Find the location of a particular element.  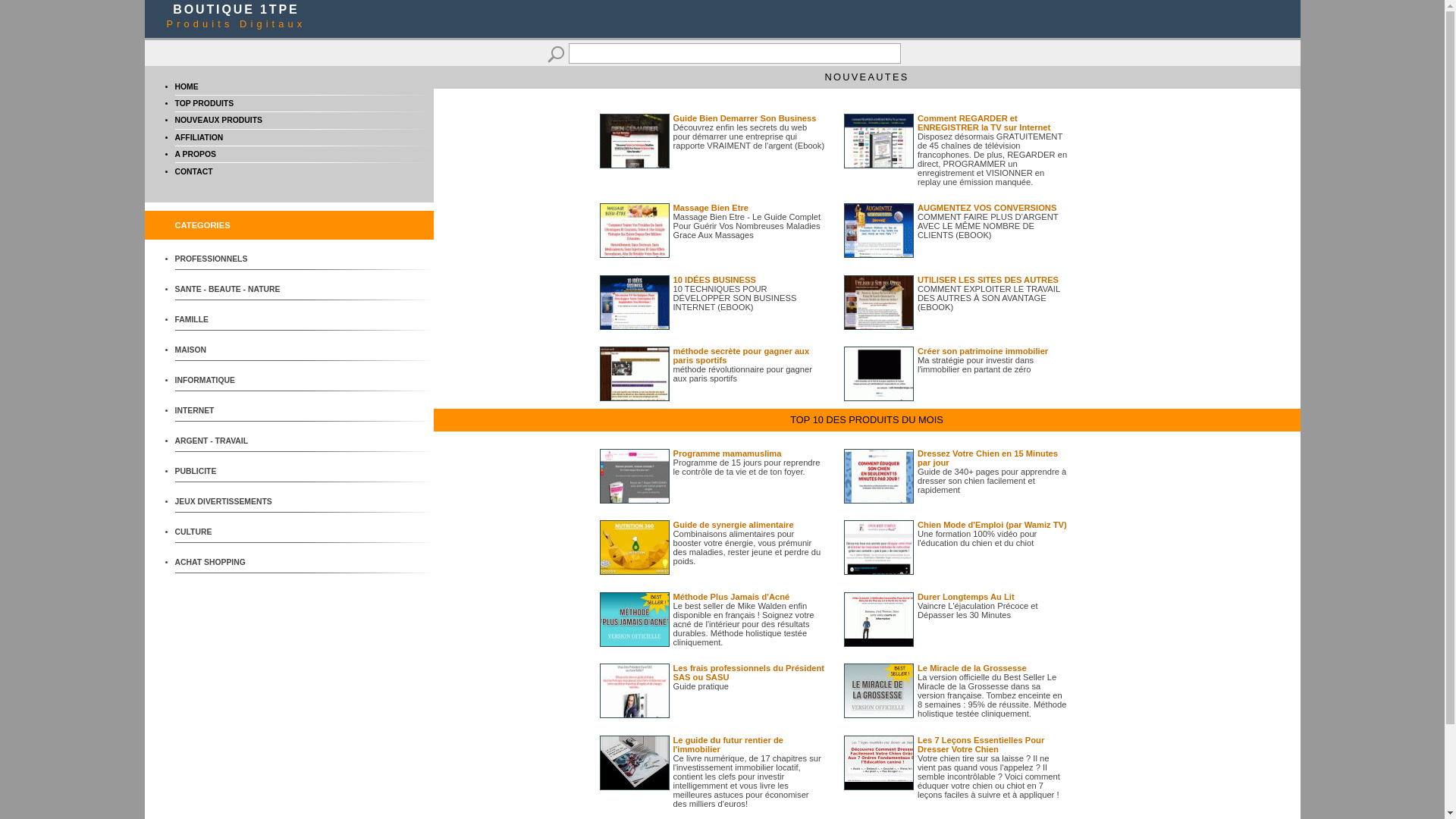

'ARGENT - TRAVAIL' is located at coordinates (174, 441).